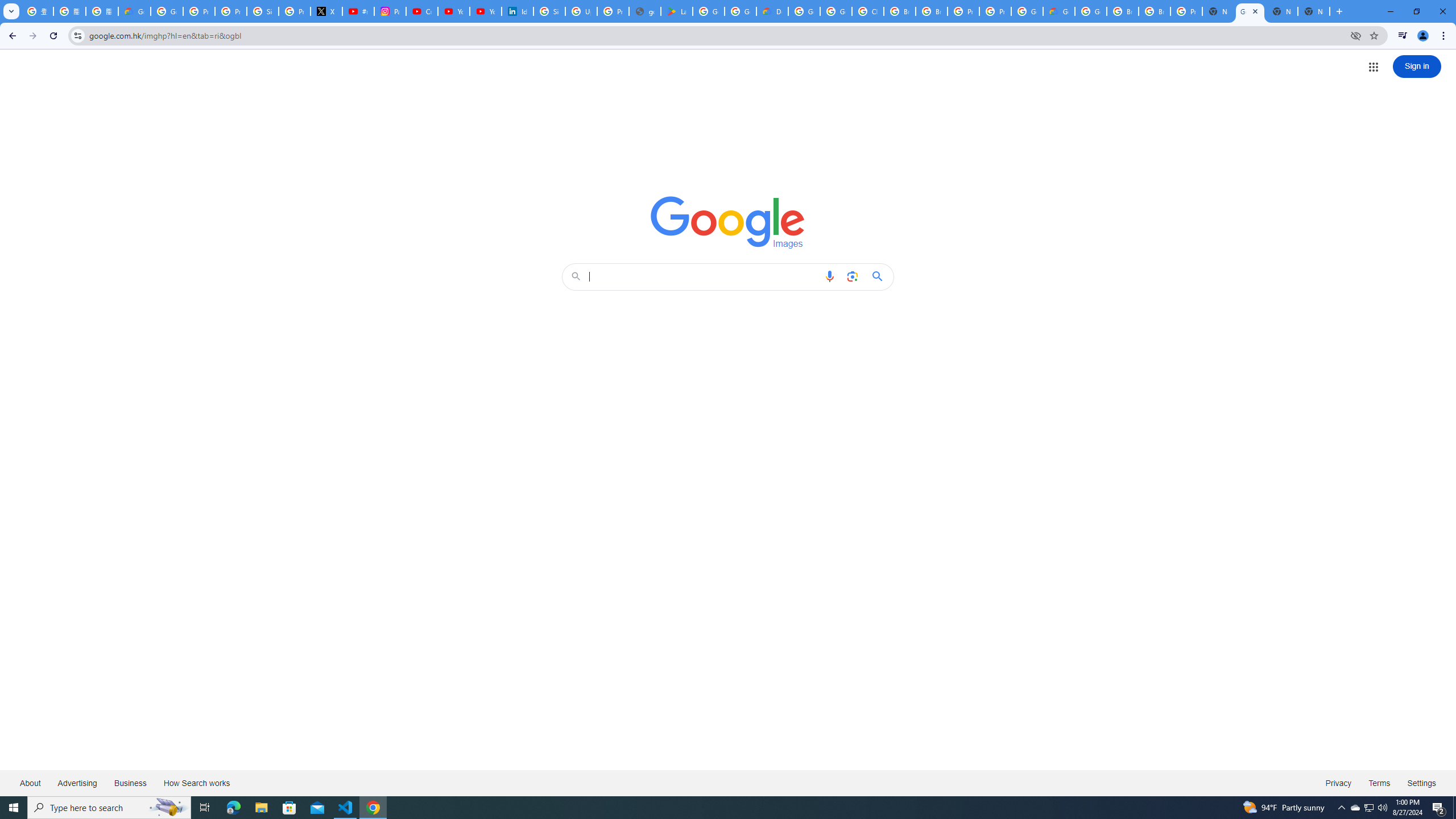  Describe the element at coordinates (1027, 11) in the screenshot. I see `'Google Cloud Platform'` at that location.